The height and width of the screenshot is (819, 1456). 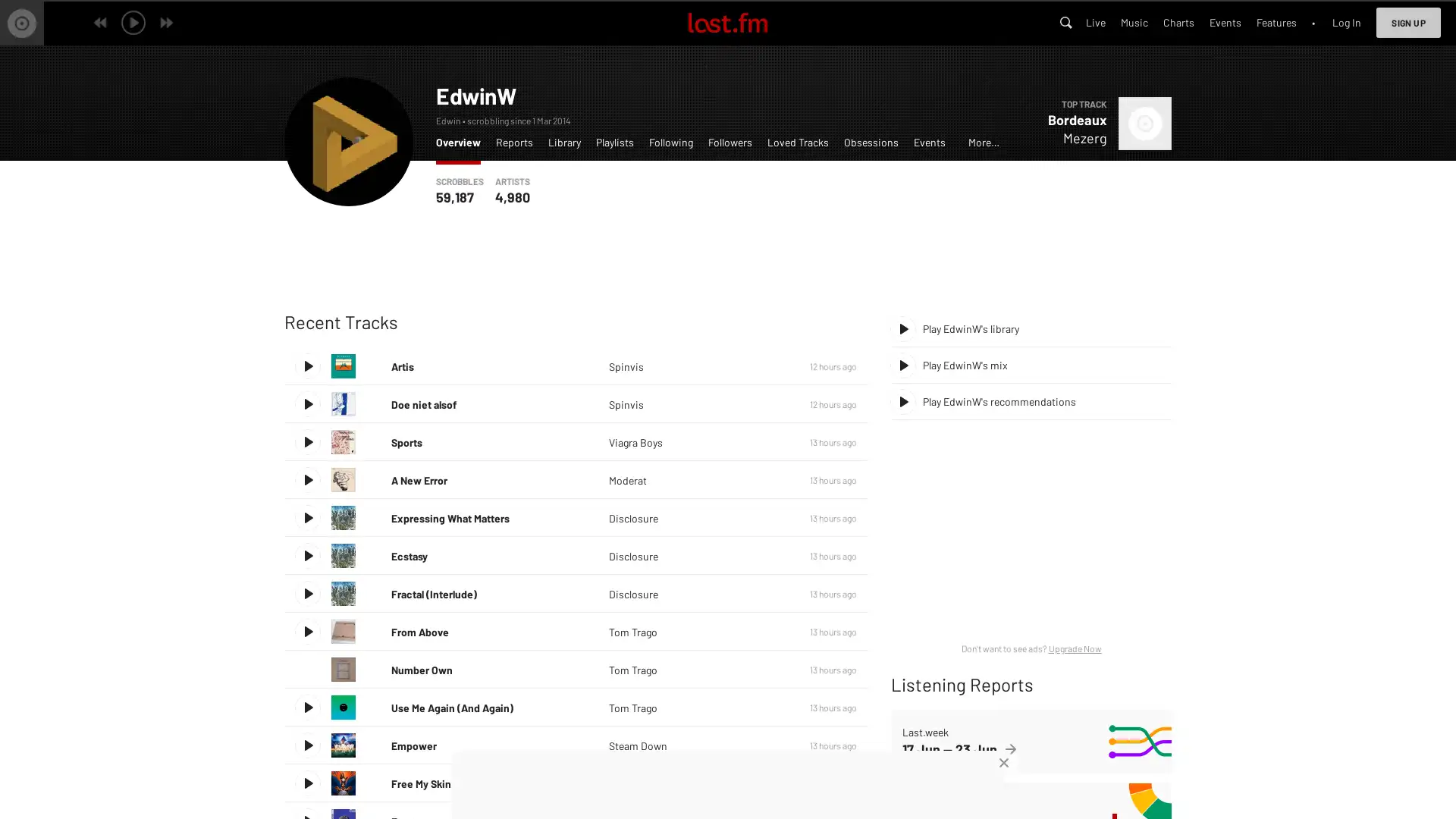 I want to click on Play EdwinW's mix, so click(x=1031, y=366).